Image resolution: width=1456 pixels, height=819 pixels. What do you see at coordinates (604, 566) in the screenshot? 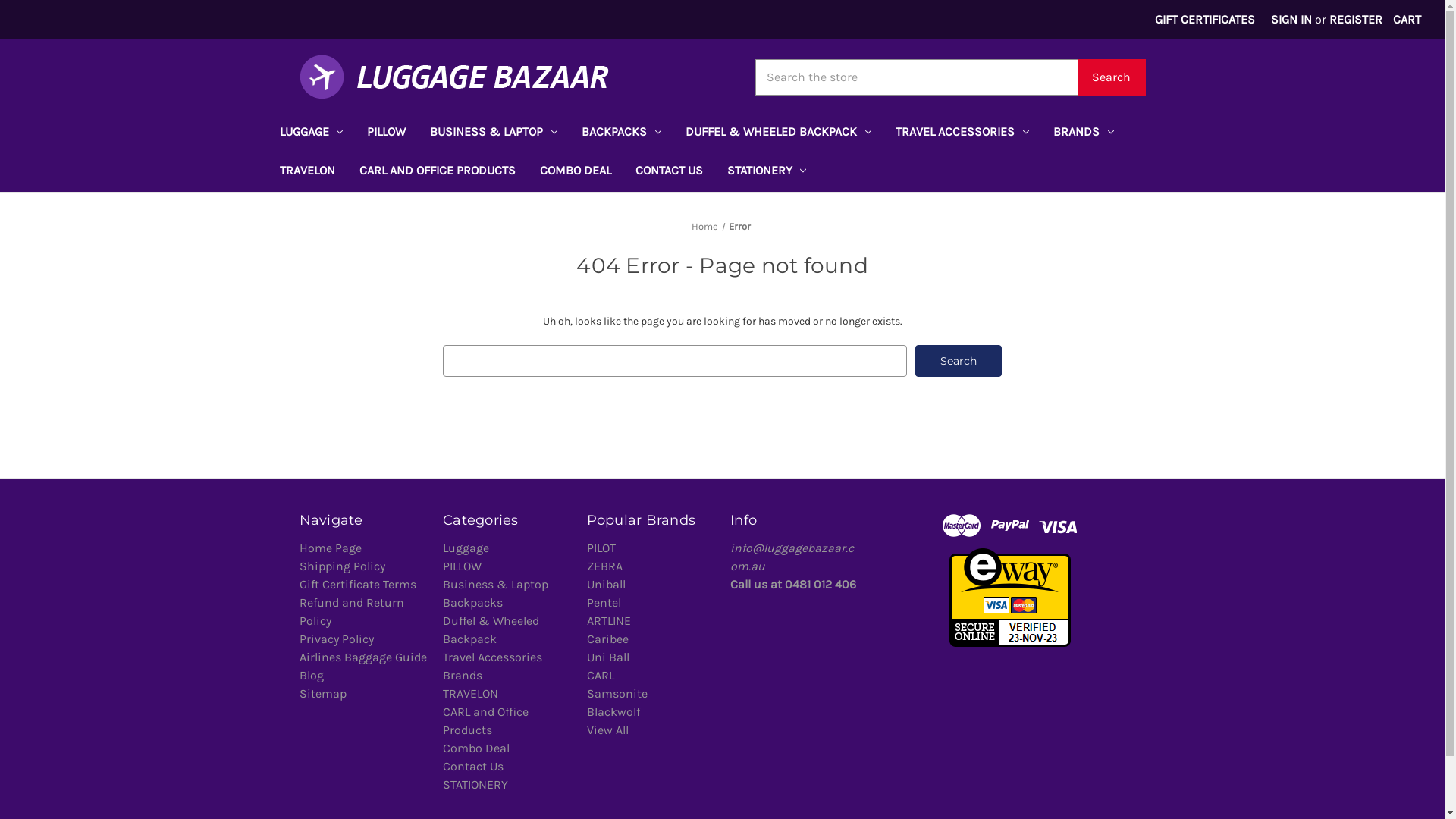
I see `'ZEBRA'` at bounding box center [604, 566].